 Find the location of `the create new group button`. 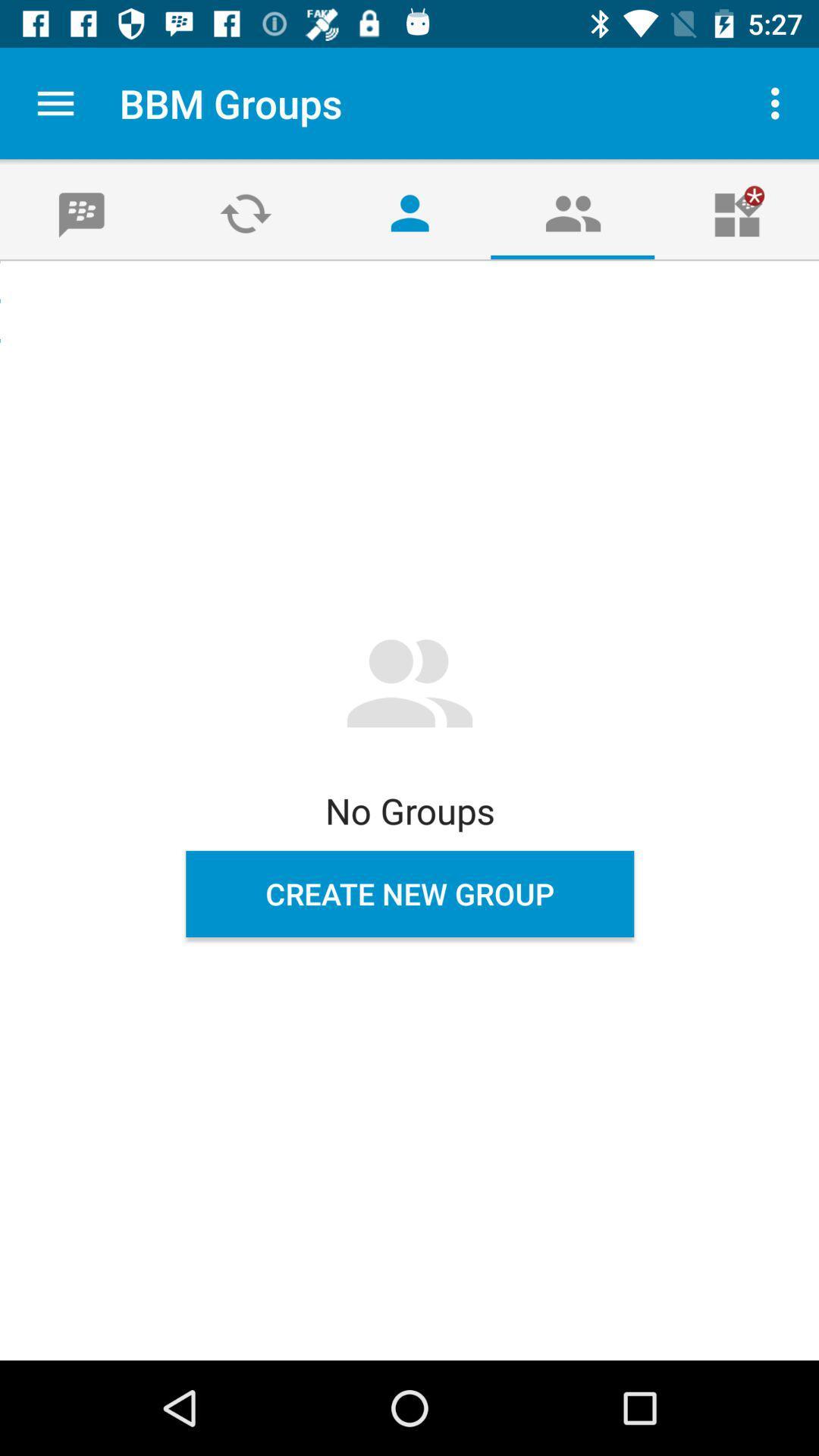

the create new group button is located at coordinates (409, 894).